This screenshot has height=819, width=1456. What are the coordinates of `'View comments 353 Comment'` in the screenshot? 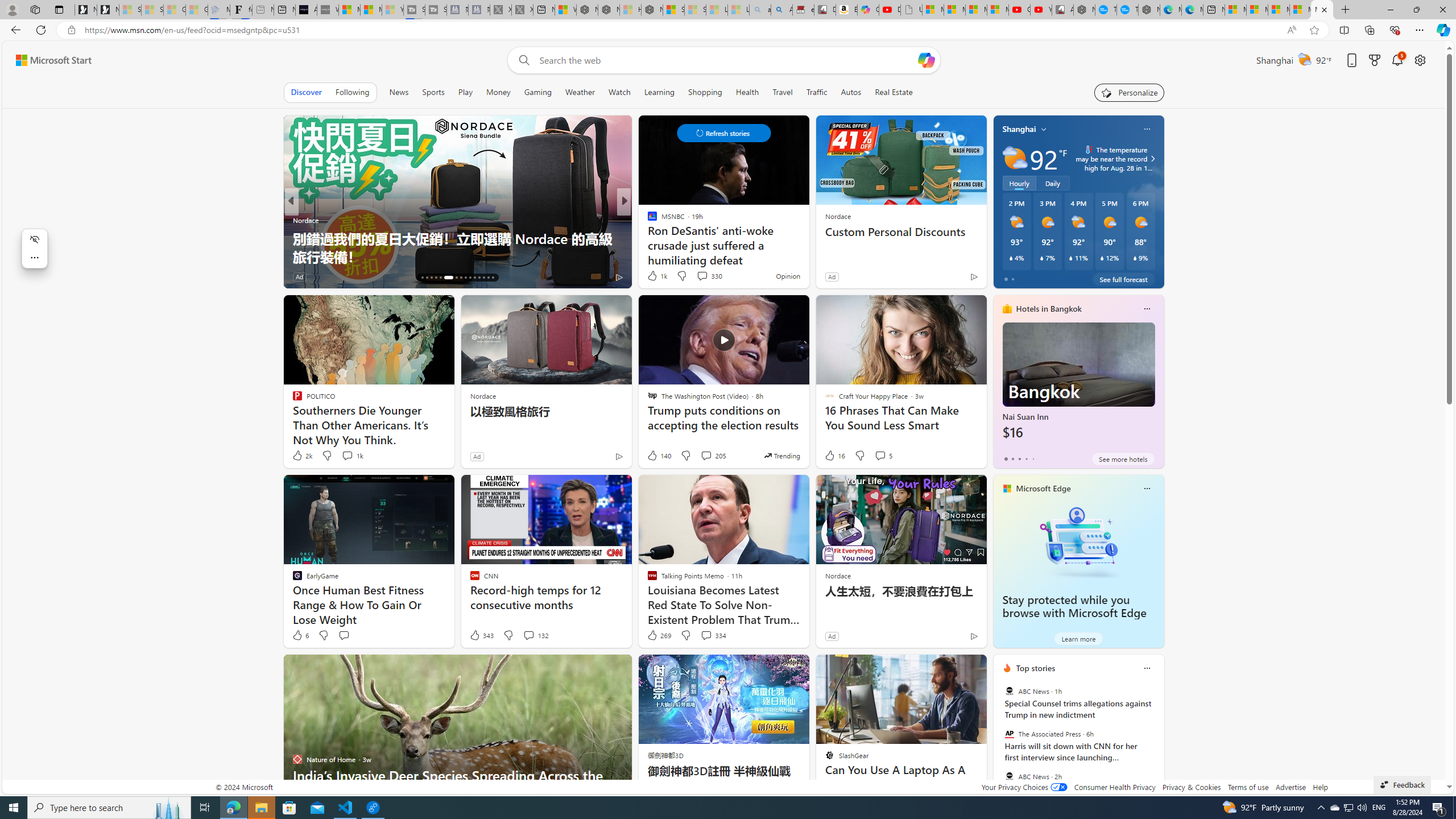 It's located at (702, 276).